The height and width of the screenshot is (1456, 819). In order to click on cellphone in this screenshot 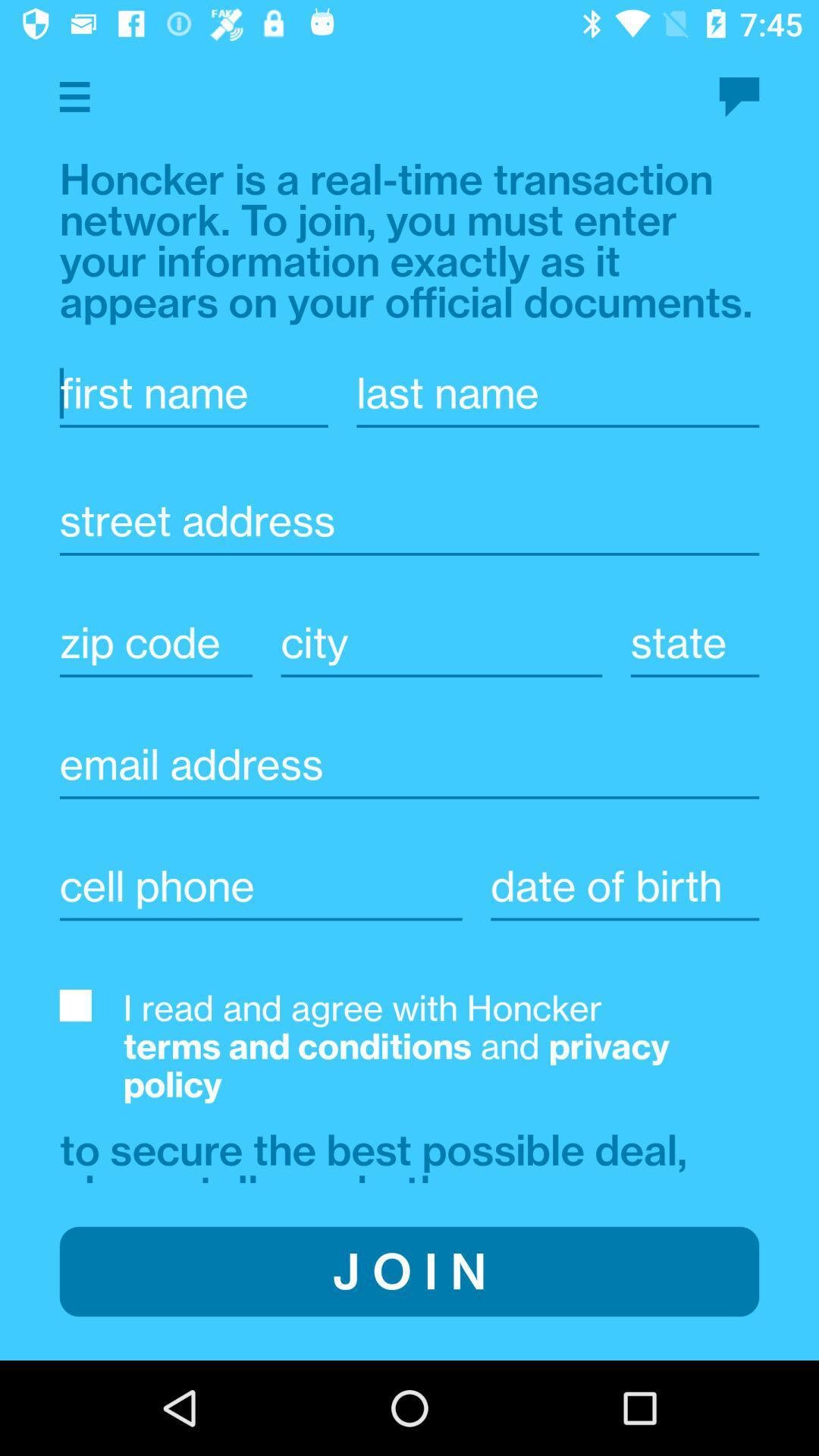, I will do `click(260, 886)`.